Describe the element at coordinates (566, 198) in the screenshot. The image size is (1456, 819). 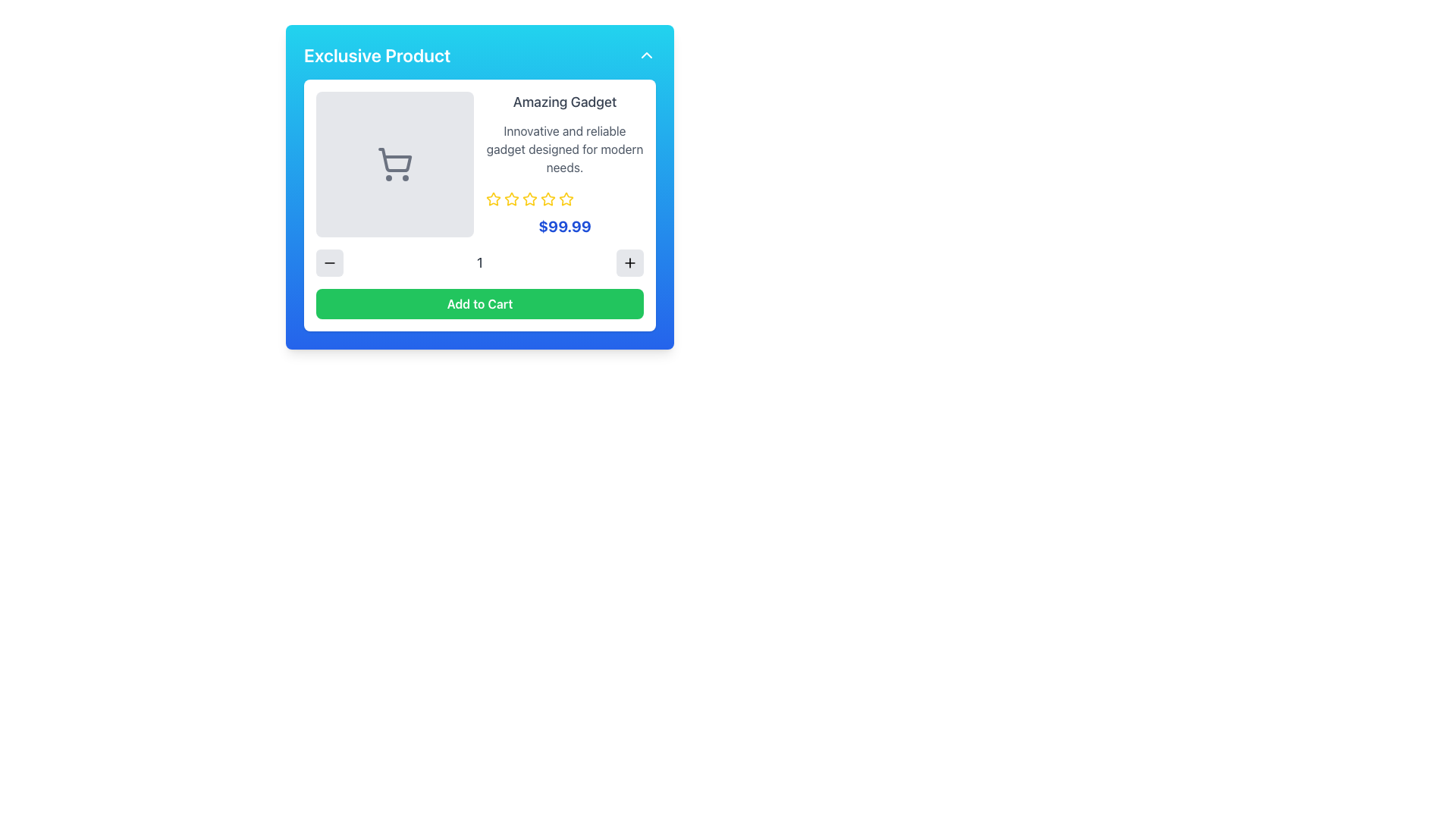
I see `the fourth star in the five-star rating system, which is yellow-bordered and white-filled, located below the text 'Amazing Gadget'` at that location.